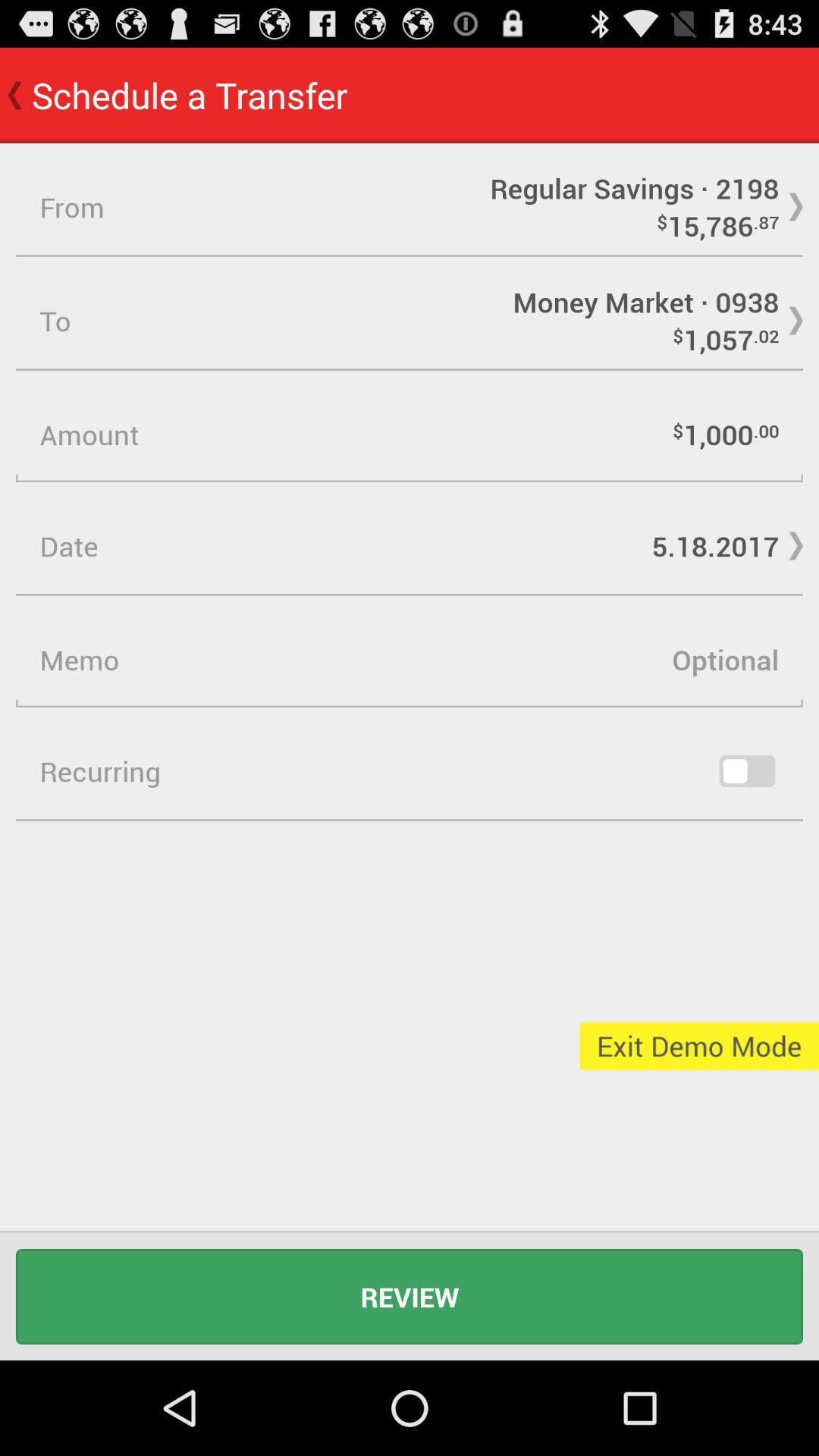 Image resolution: width=819 pixels, height=1456 pixels. I want to click on active/deactive this option, so click(746, 771).